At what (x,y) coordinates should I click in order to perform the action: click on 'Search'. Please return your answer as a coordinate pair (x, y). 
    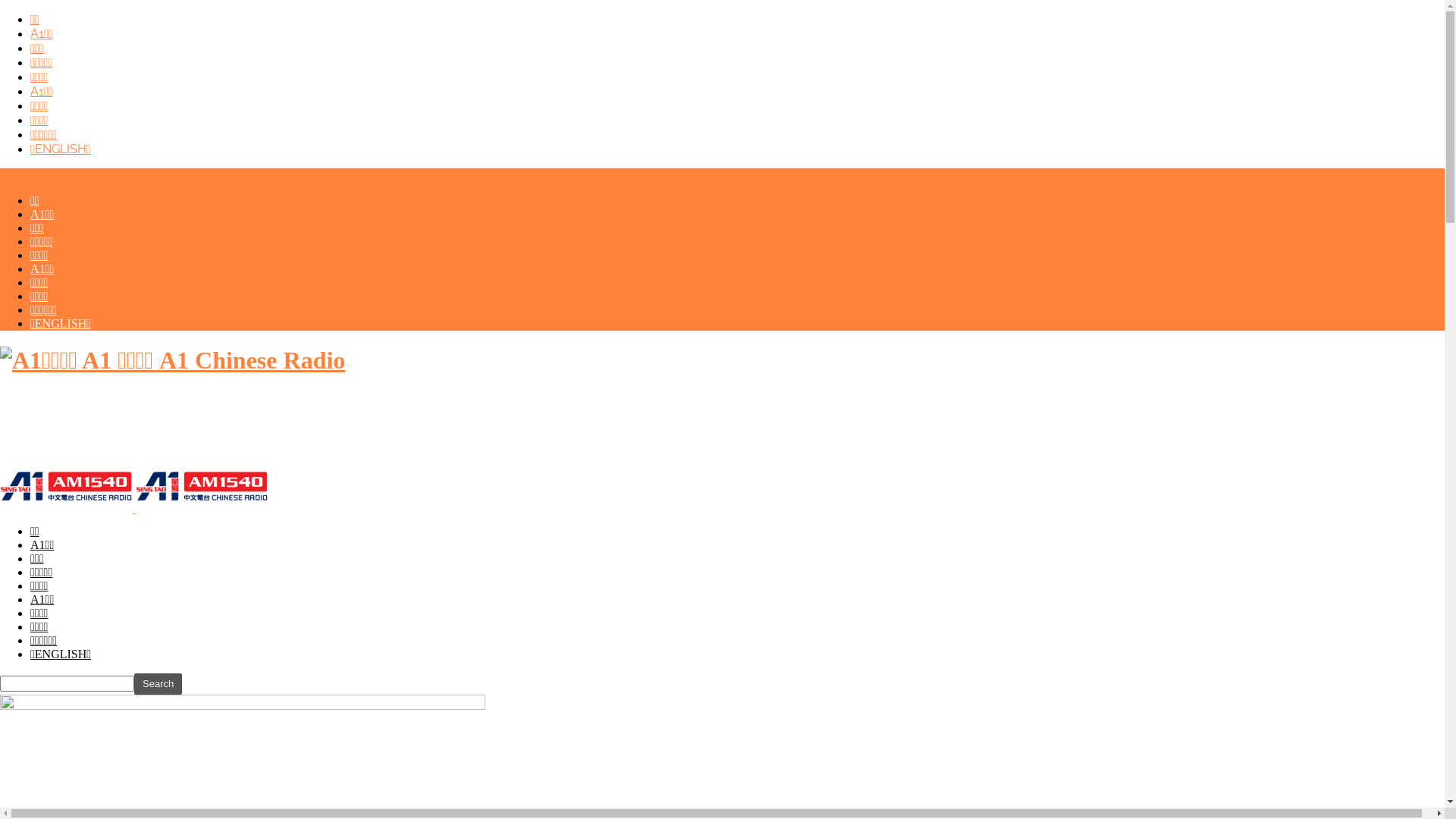
    Looking at the image, I should click on (158, 684).